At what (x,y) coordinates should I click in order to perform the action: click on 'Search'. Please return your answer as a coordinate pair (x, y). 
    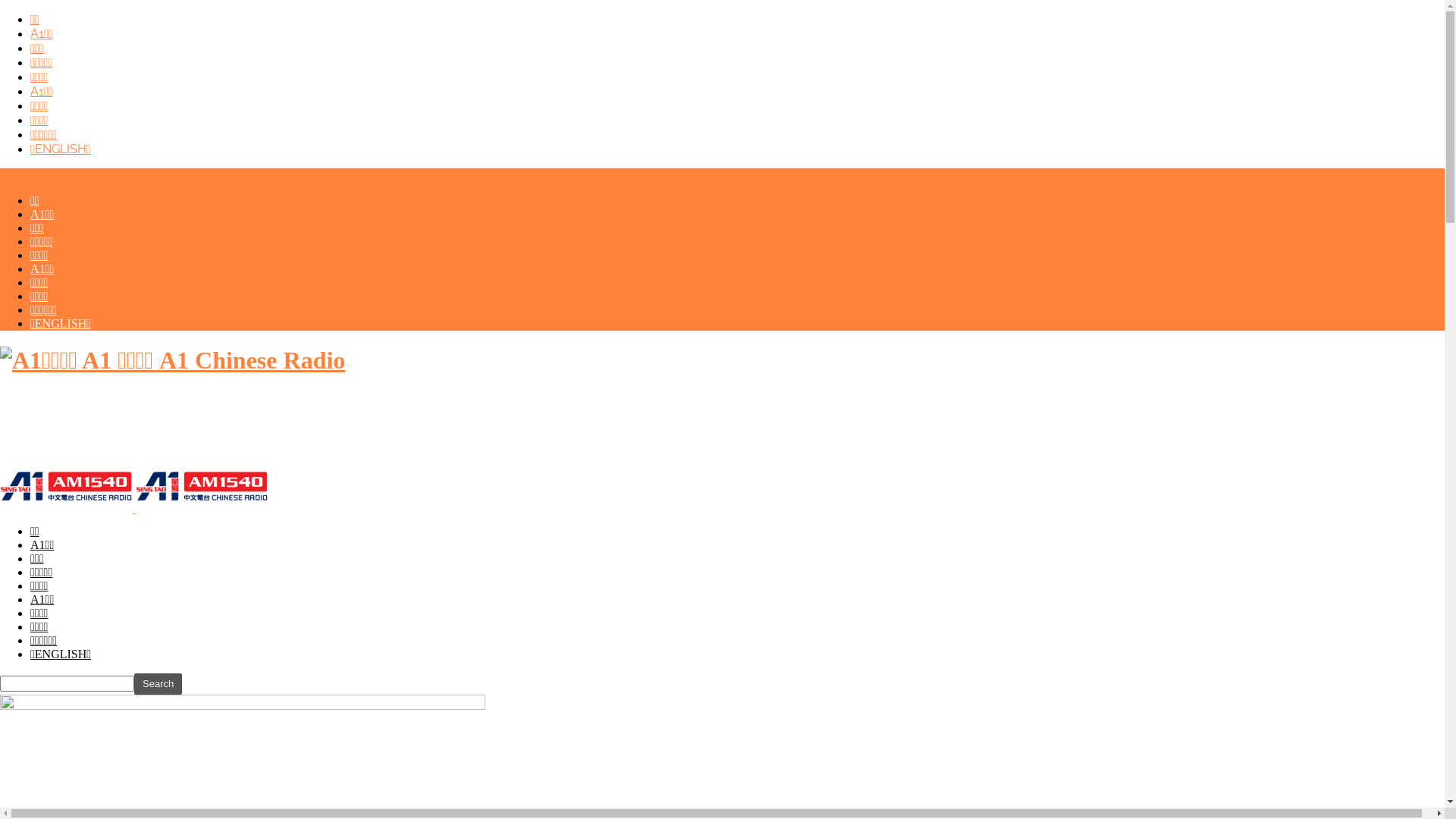
    Looking at the image, I should click on (158, 684).